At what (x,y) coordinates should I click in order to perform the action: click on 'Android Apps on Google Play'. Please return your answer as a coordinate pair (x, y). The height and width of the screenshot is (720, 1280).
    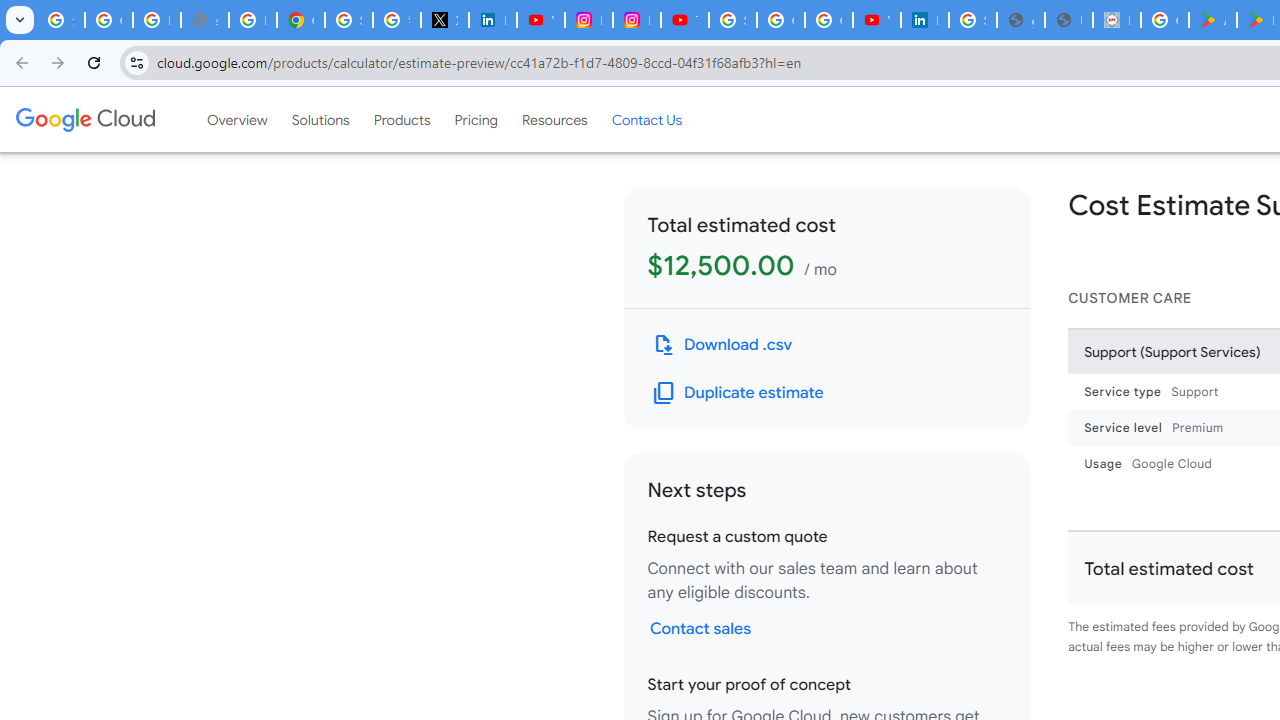
    Looking at the image, I should click on (1211, 20).